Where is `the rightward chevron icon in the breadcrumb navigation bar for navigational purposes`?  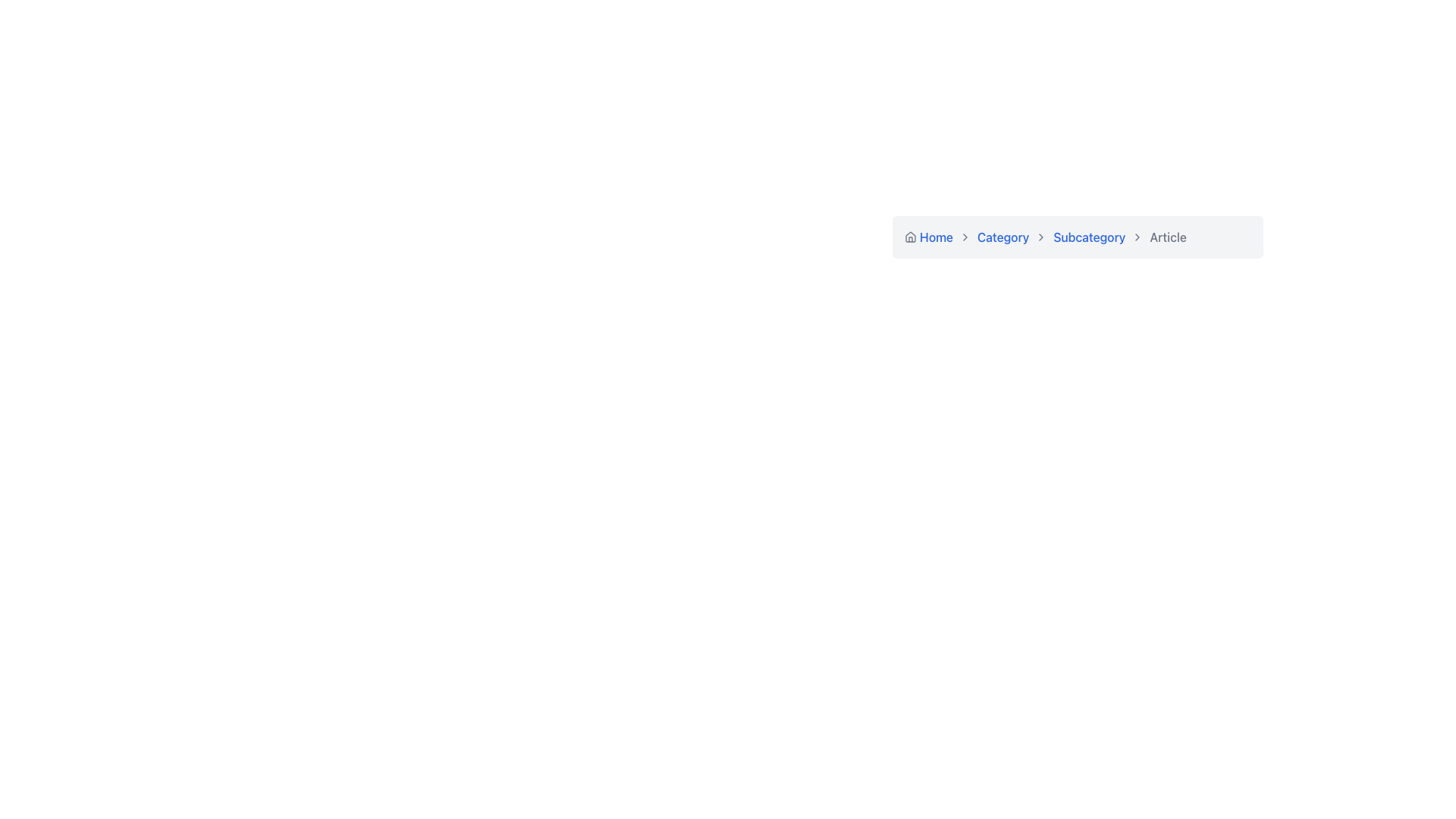 the rightward chevron icon in the breadcrumb navigation bar for navigational purposes is located at coordinates (964, 237).